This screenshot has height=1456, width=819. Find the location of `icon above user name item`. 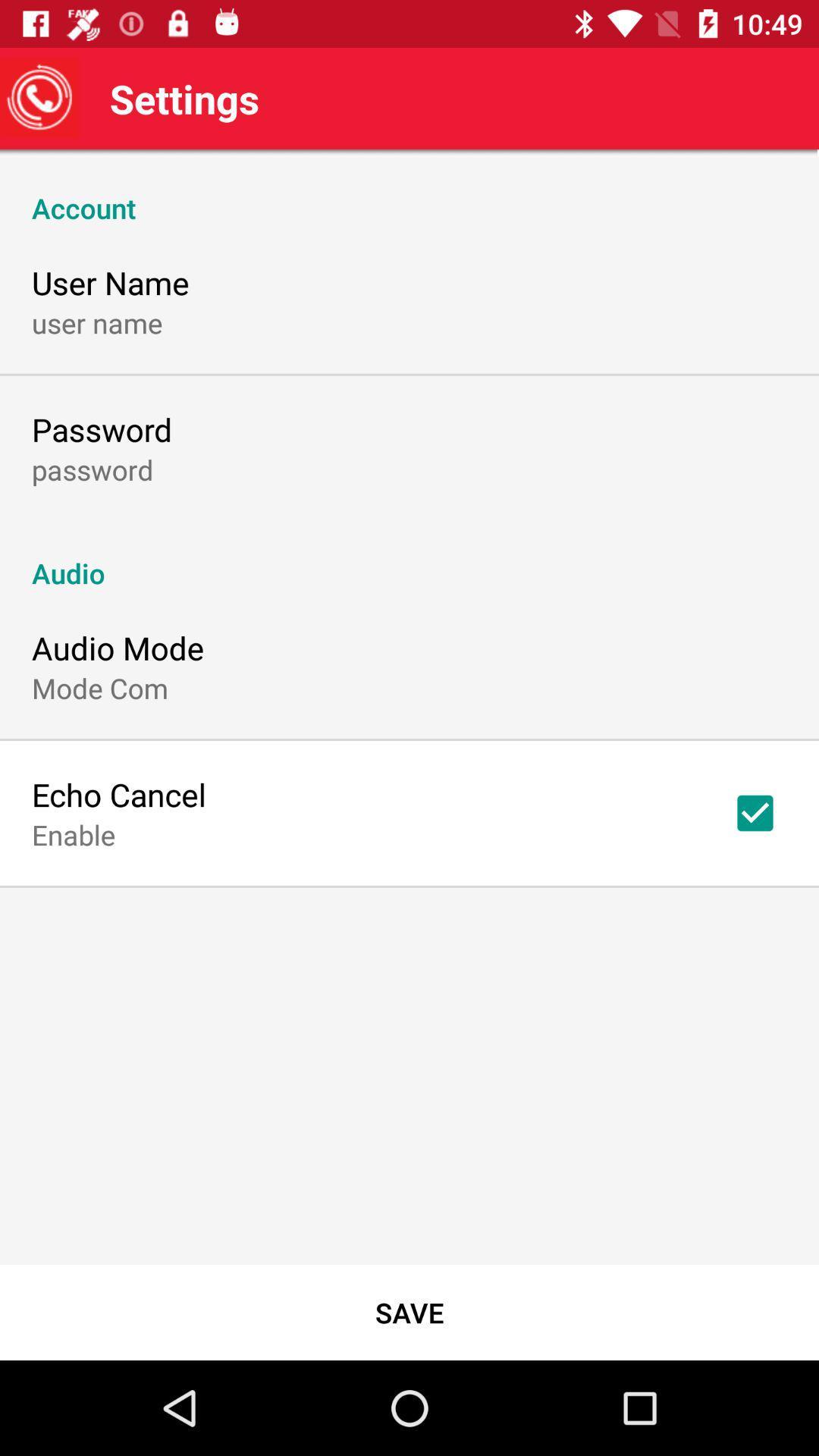

icon above user name item is located at coordinates (409, 191).